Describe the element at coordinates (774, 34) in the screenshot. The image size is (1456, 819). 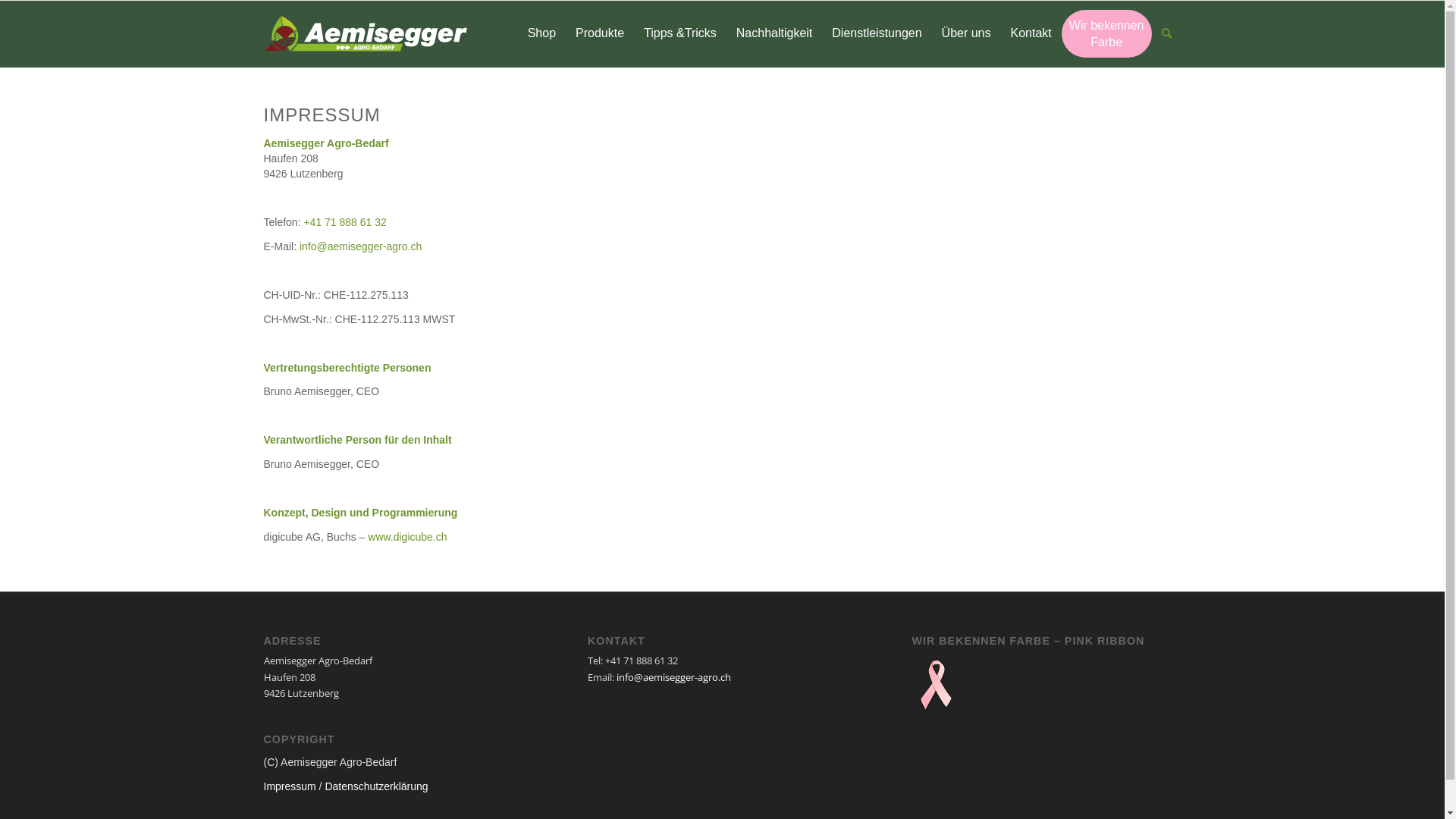
I see `'Nachhaltigkeit'` at that location.